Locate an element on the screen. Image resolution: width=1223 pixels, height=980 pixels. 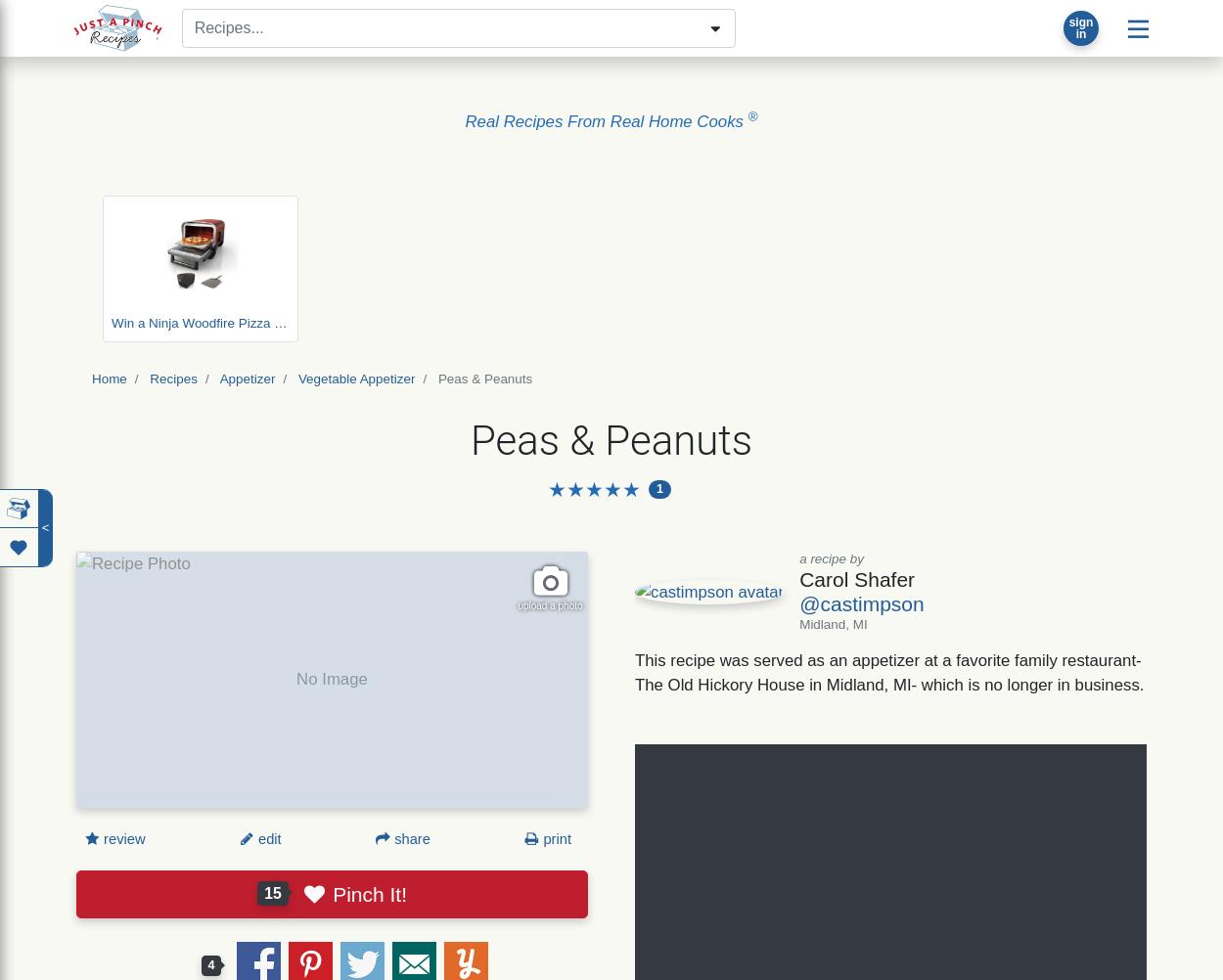
'Carol Shafer' is located at coordinates (857, 578).